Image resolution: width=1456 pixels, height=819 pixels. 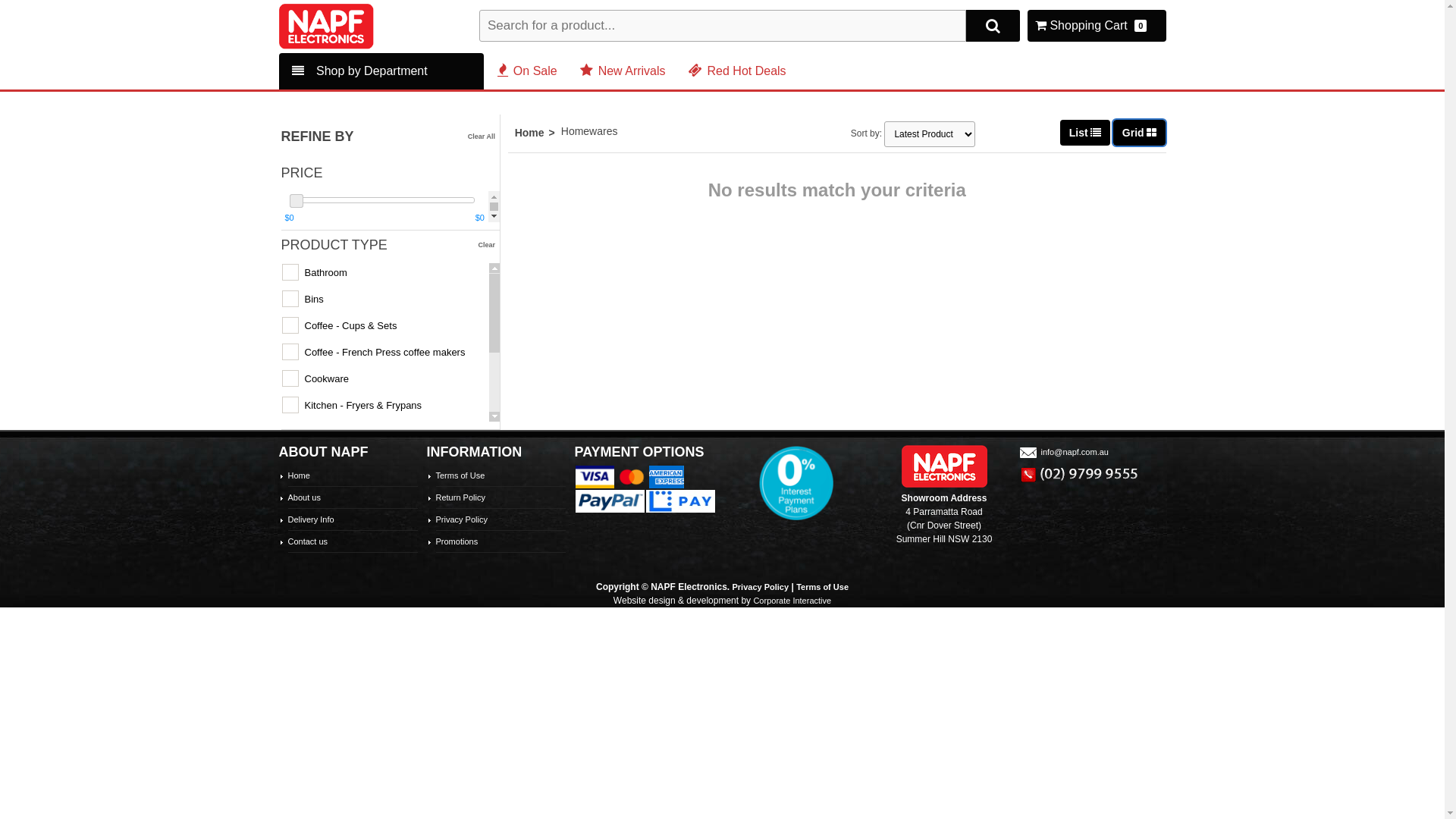 What do you see at coordinates (459, 497) in the screenshot?
I see `'Return Policy'` at bounding box center [459, 497].